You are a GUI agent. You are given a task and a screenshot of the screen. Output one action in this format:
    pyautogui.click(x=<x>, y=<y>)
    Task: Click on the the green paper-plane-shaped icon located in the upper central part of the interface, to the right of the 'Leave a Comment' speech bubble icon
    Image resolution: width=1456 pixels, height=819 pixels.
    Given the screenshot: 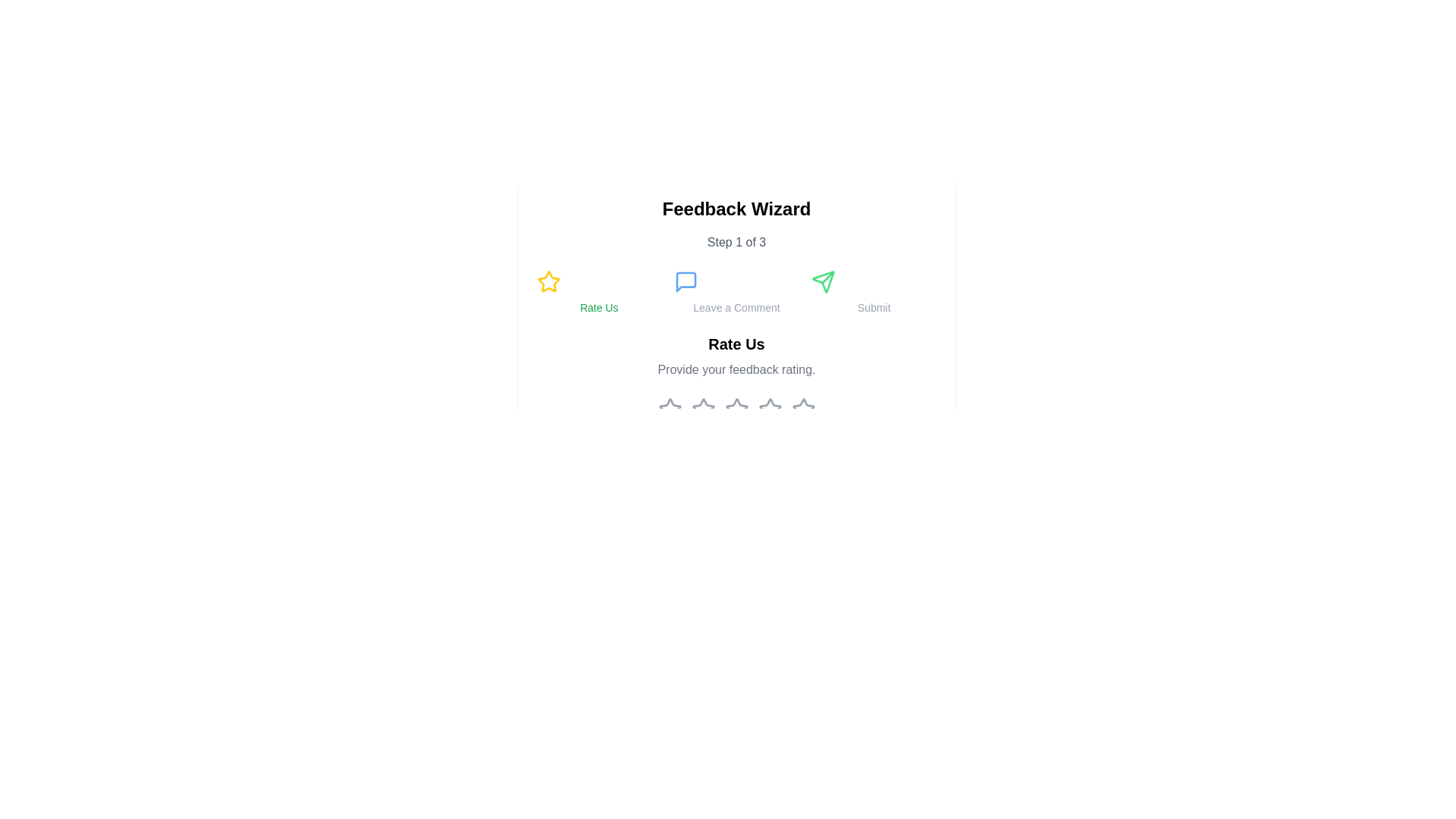 What is the action you would take?
    pyautogui.click(x=823, y=281)
    